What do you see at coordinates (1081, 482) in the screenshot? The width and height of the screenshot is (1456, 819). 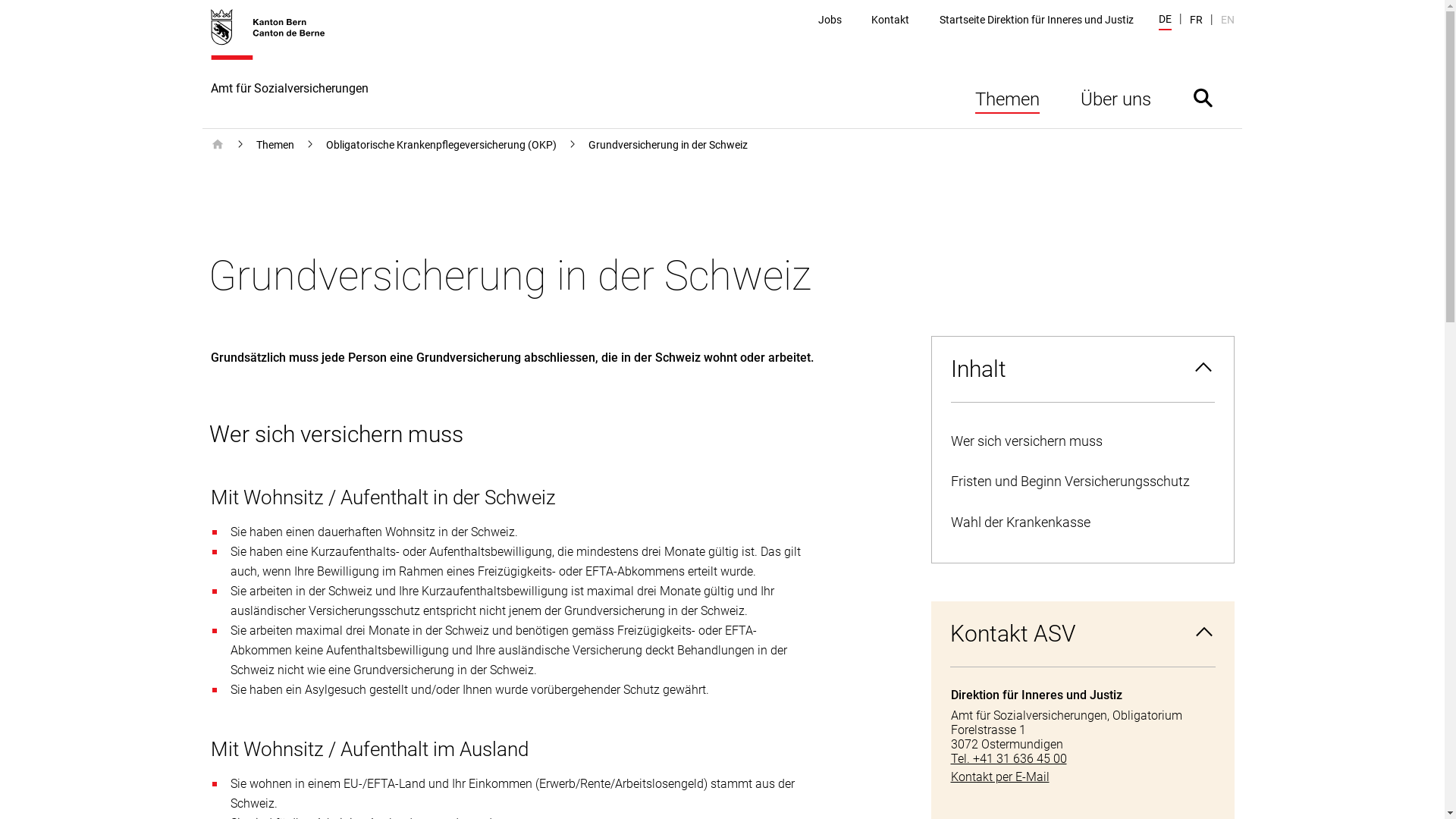 I see `'Fristen und Beginn Versicherungsschutz'` at bounding box center [1081, 482].